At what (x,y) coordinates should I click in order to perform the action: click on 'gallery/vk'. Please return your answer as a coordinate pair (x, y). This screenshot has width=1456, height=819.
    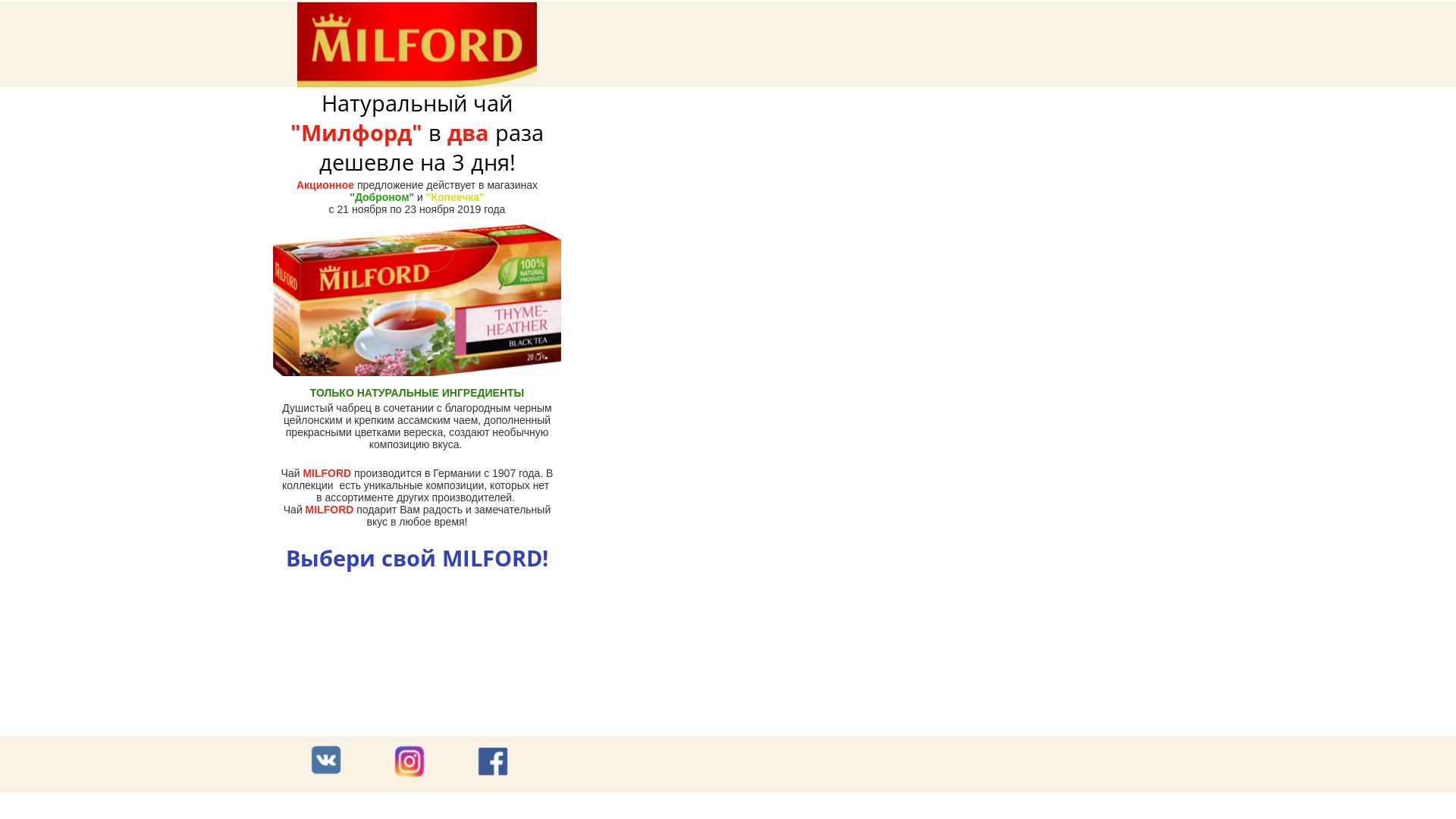
    Looking at the image, I should click on (325, 760).